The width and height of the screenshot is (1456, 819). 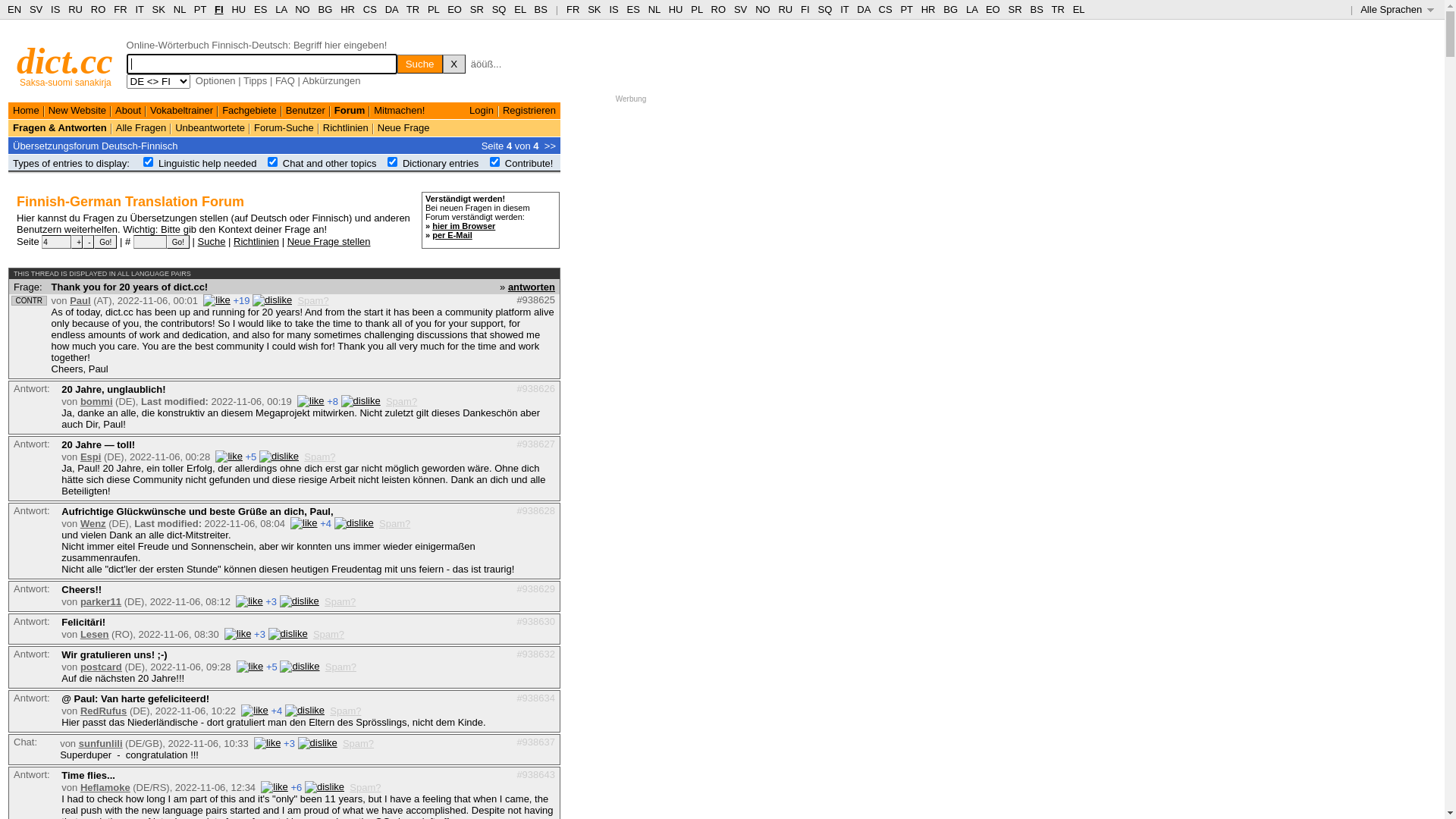 What do you see at coordinates (221, 109) in the screenshot?
I see `'Fachgebiete'` at bounding box center [221, 109].